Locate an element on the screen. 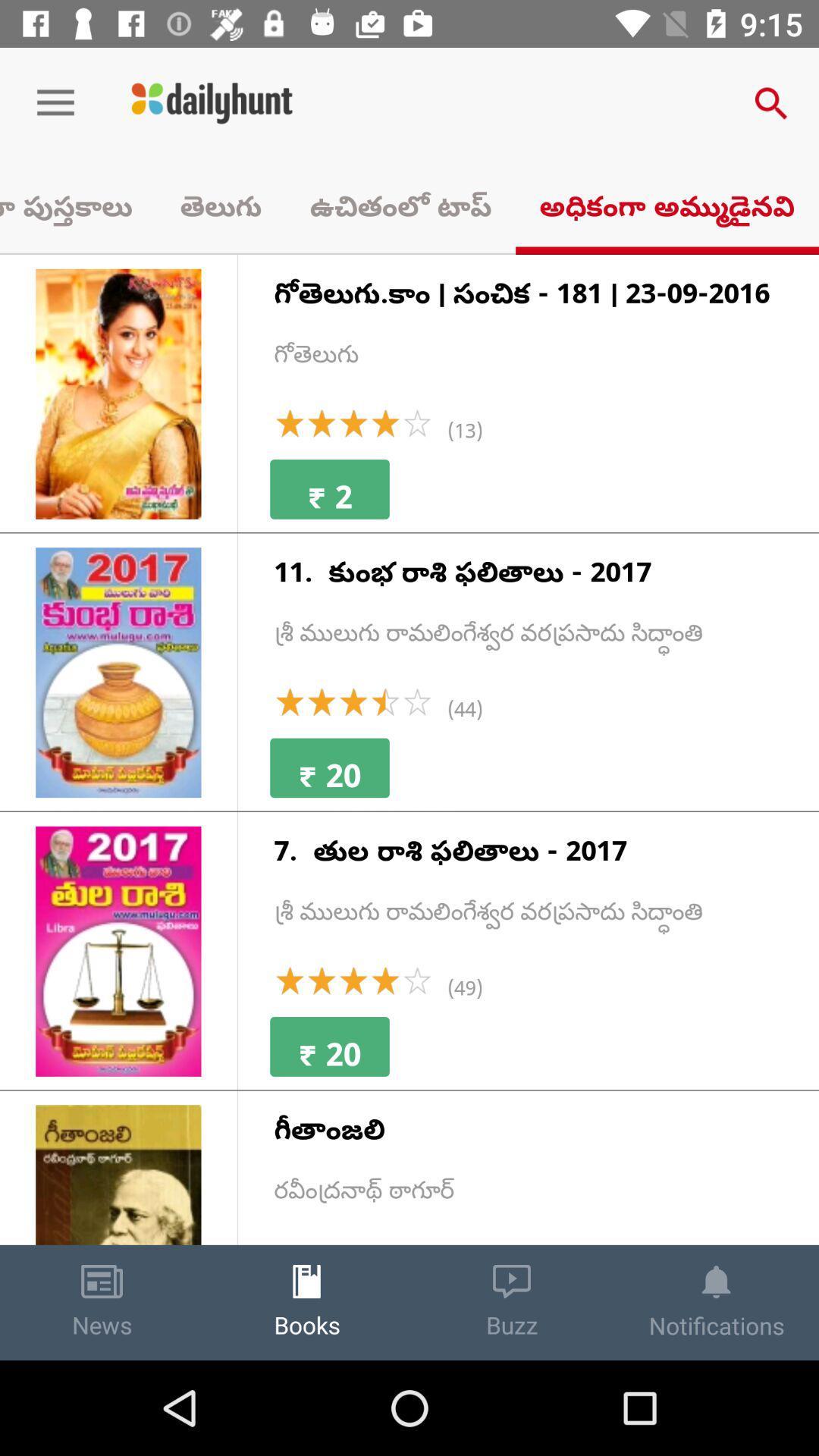 The height and width of the screenshot is (1456, 819). icon above buzz is located at coordinates (512, 1280).